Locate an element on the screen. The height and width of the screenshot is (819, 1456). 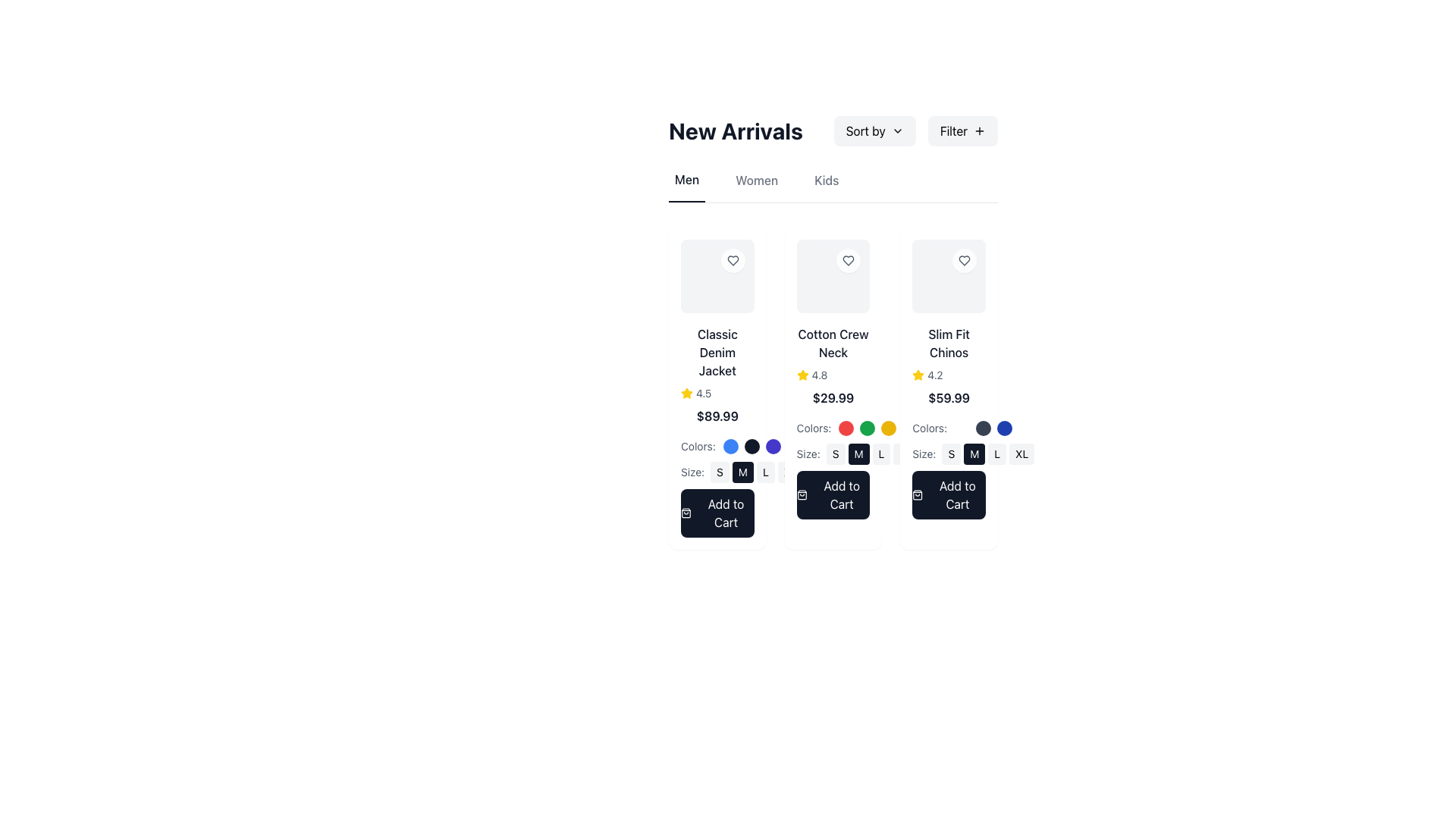
text of the label indicating the purpose of the interactive color options in the second product card, located below the product price and review ratings is located at coordinates (813, 428).